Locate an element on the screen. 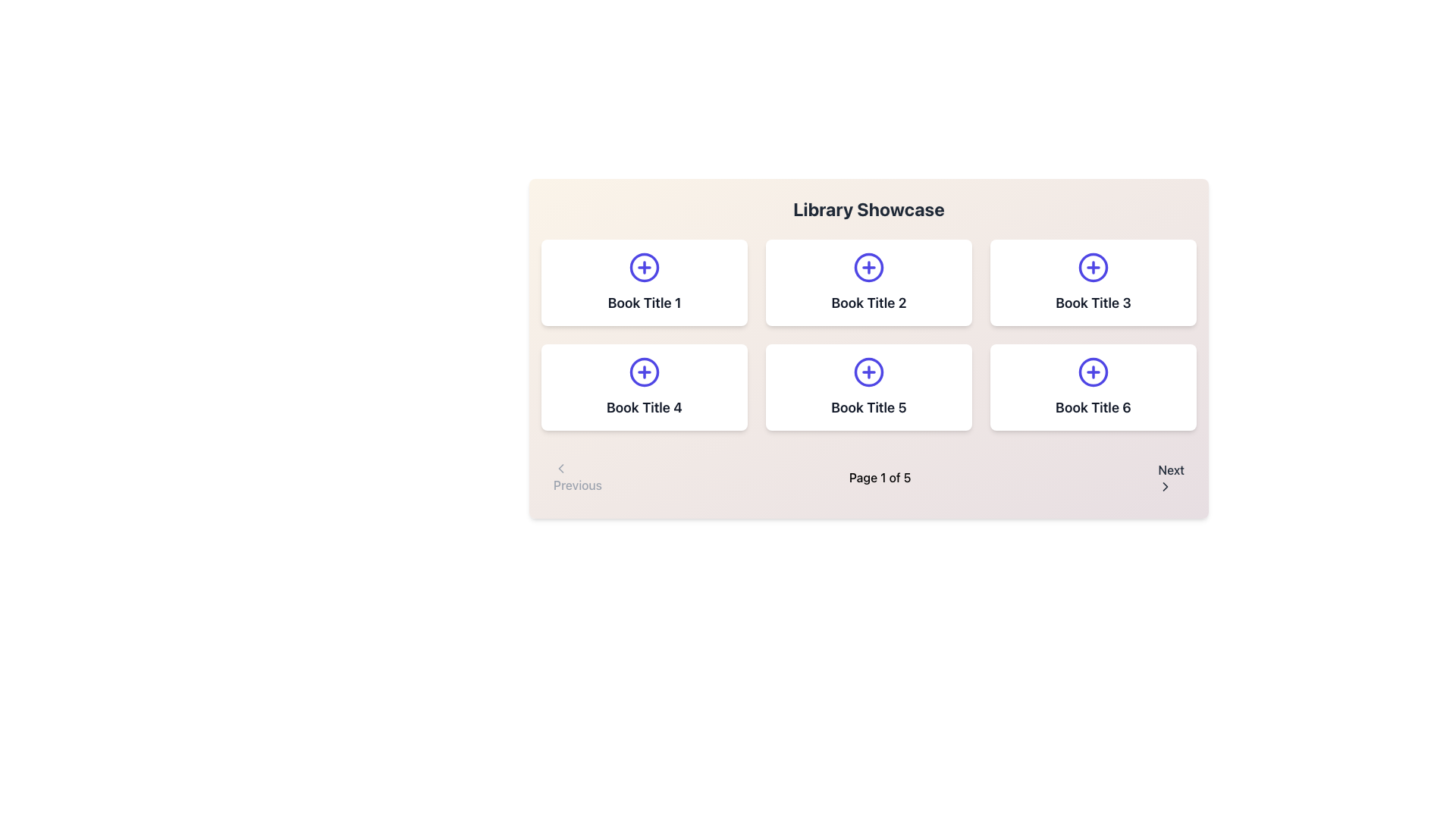 This screenshot has width=1456, height=819. the text label indicating the title of a book, which is positioned in the second row and third column of a 2x3 grid, providing information about the associated book item is located at coordinates (1093, 303).